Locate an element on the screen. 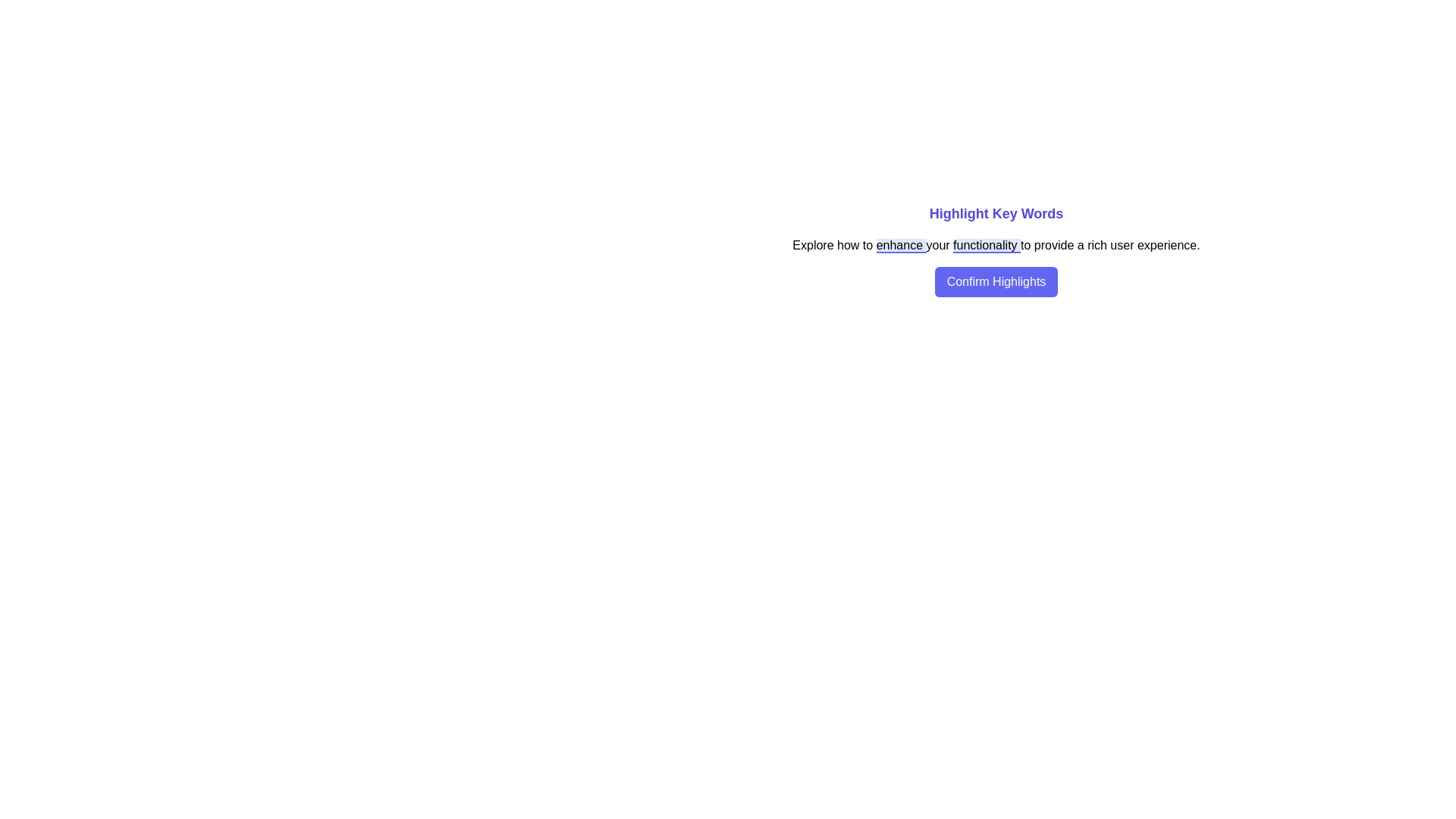 The height and width of the screenshot is (819, 1456). the text element displaying the word 'how' which is the second word in the sentence 'Explore how to enhance your functionality to provide a rich user experience.' is located at coordinates (849, 245).